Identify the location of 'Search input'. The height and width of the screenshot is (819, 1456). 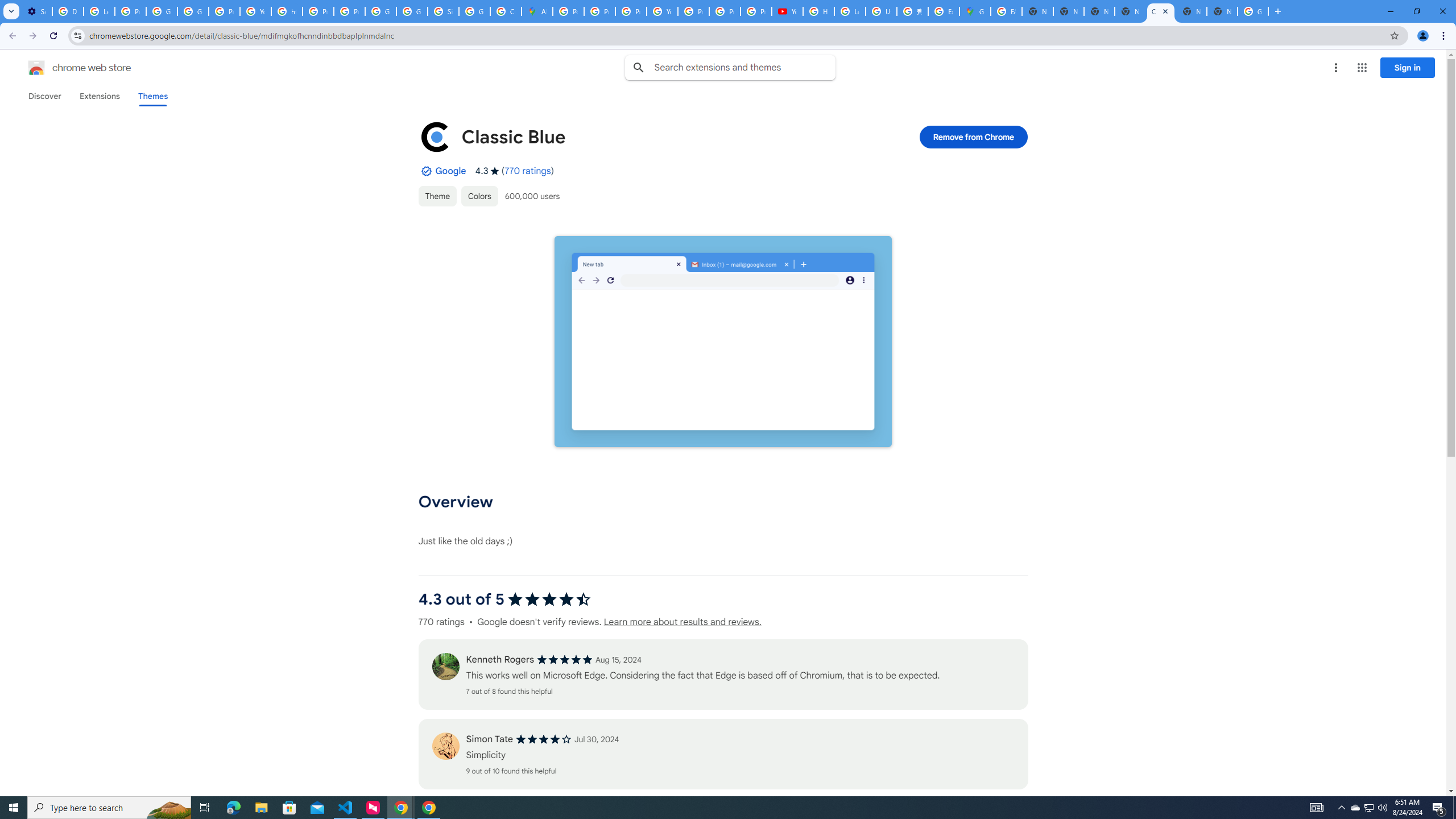
(744, 67).